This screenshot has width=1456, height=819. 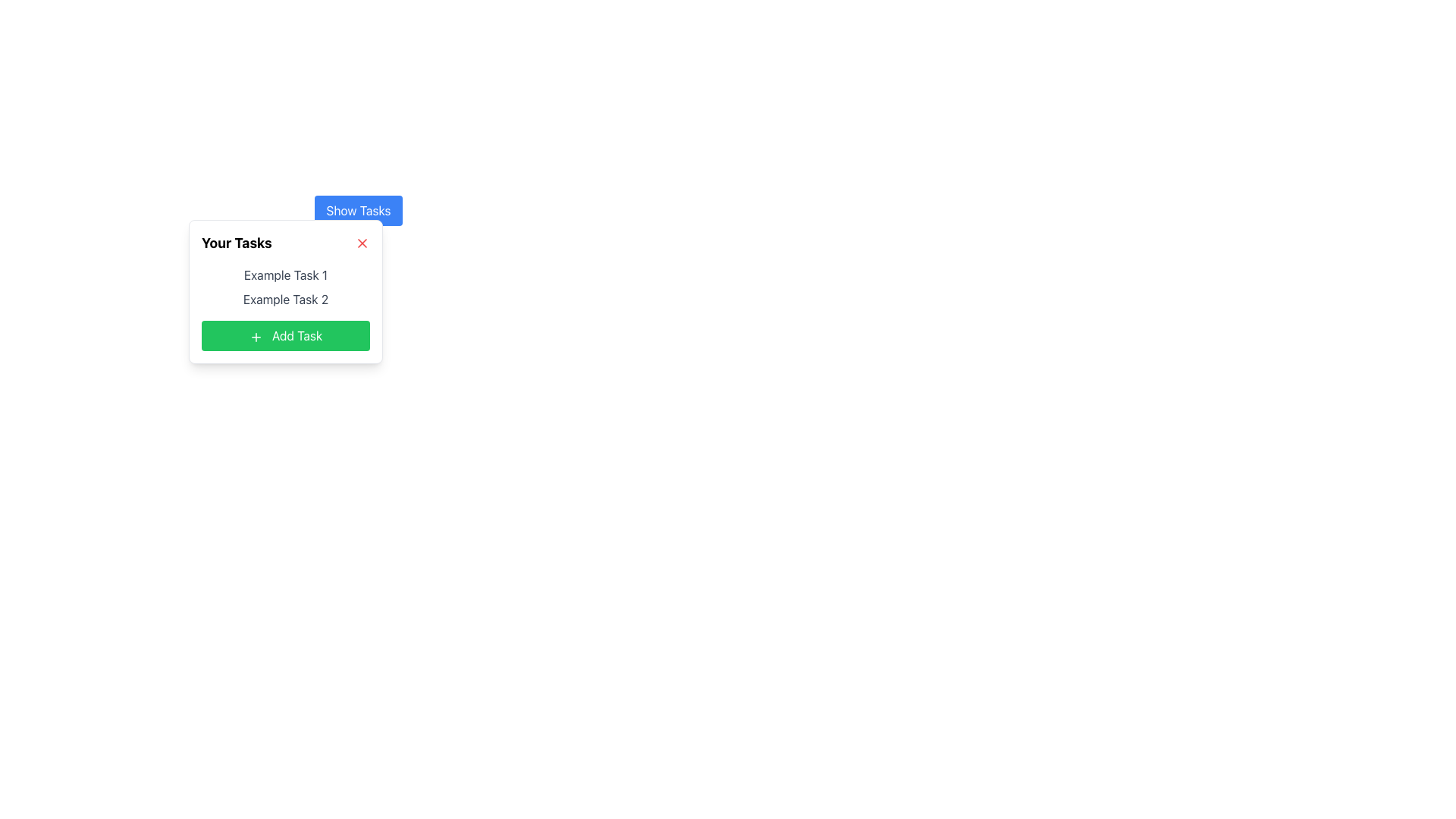 What do you see at coordinates (236, 242) in the screenshot?
I see `the text label displaying 'Your Tasks' which is located at the top left of a task management card interface` at bounding box center [236, 242].